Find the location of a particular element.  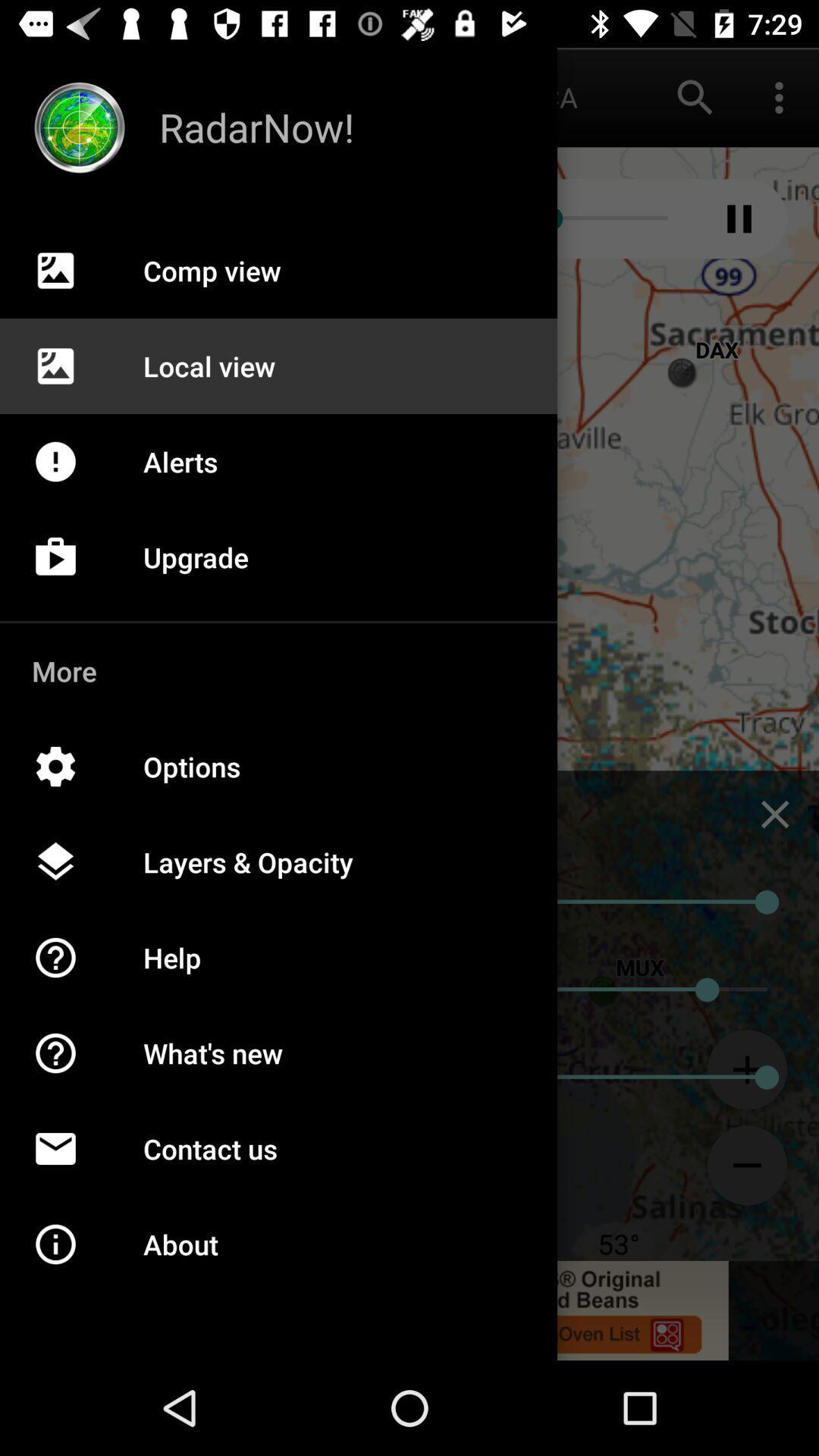

the pause icon is located at coordinates (739, 218).